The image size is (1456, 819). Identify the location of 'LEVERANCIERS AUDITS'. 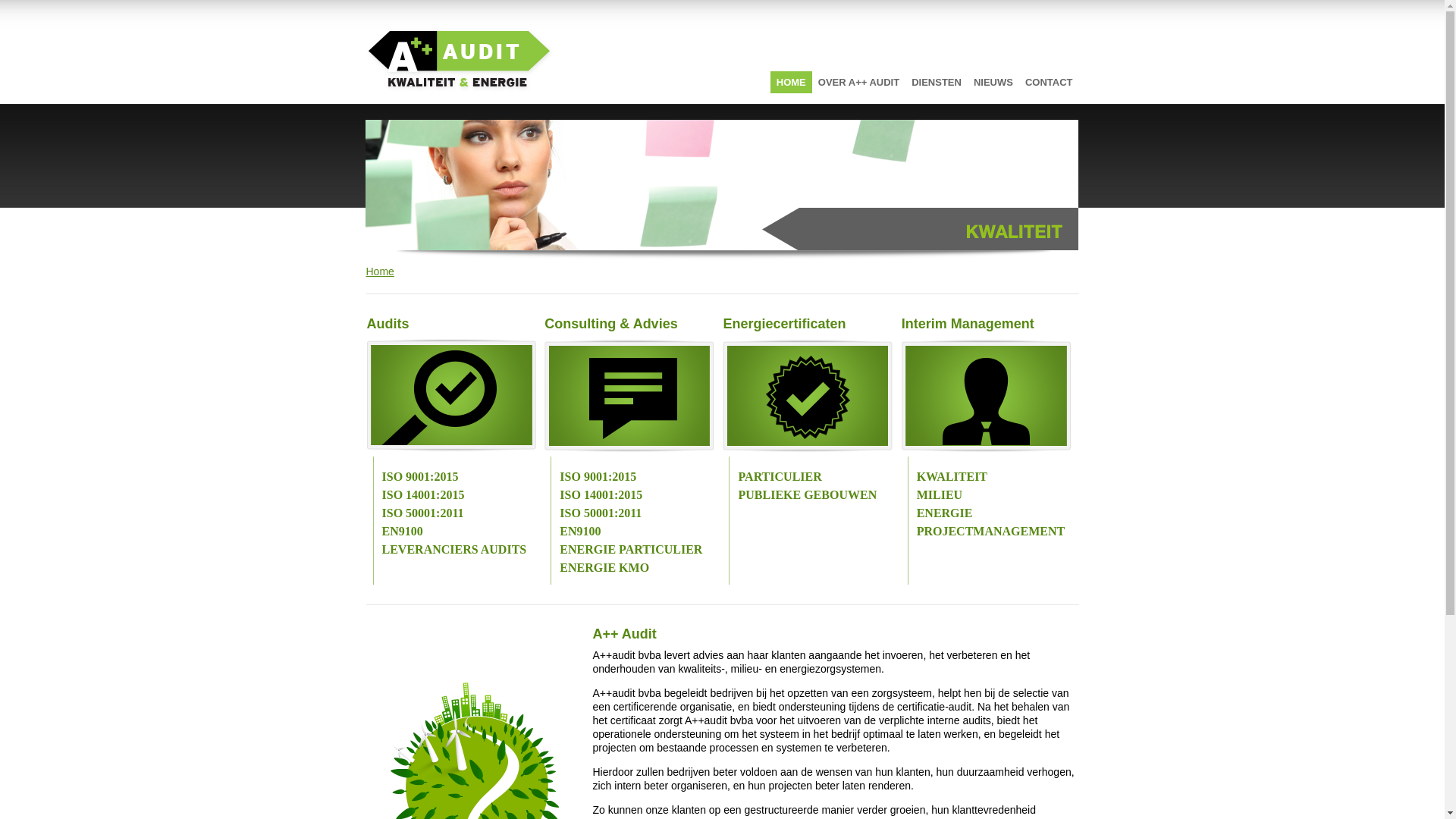
(453, 549).